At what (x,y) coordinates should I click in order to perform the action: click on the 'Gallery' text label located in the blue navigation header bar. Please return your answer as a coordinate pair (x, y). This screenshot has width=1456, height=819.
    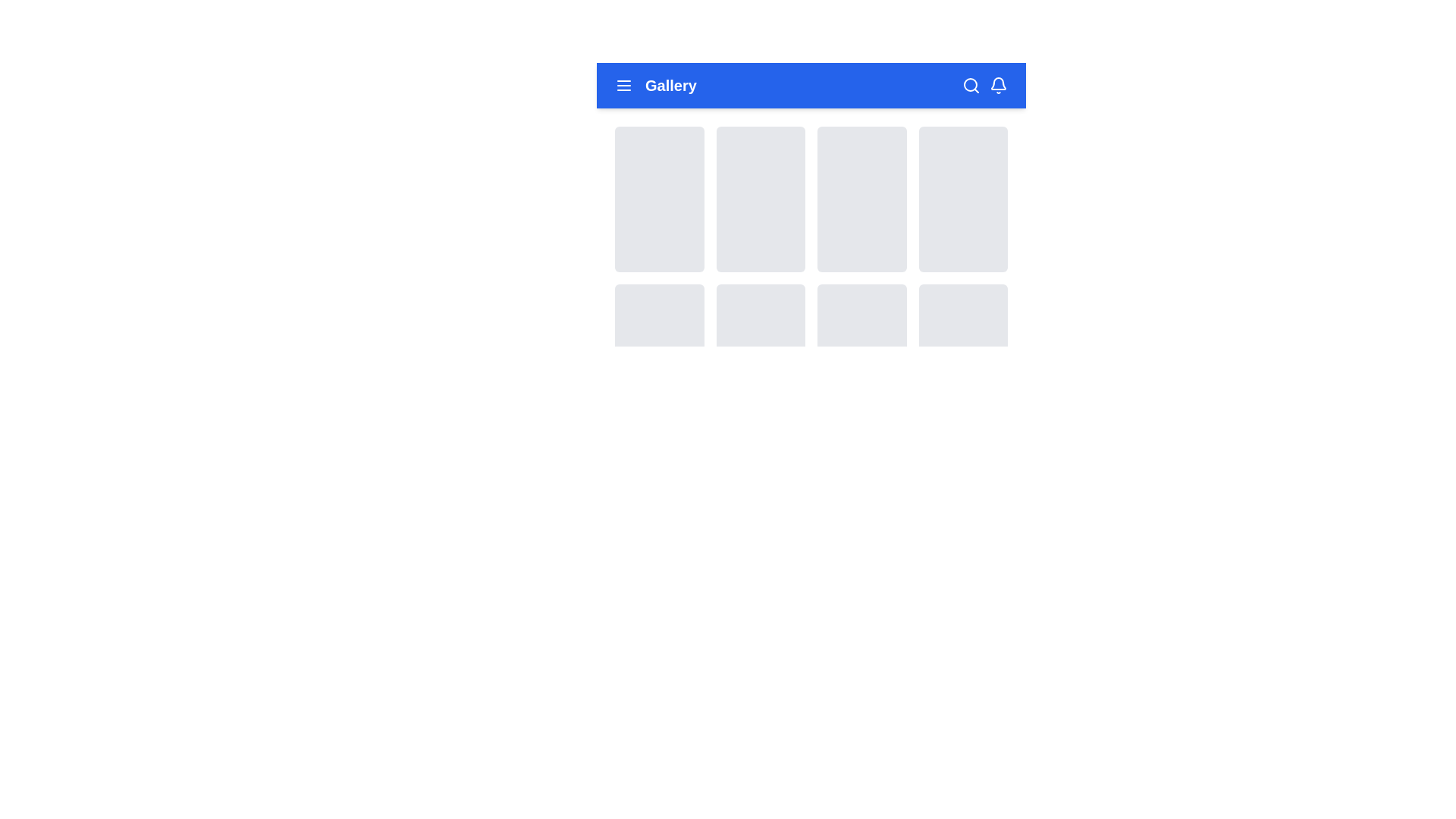
    Looking at the image, I should click on (655, 85).